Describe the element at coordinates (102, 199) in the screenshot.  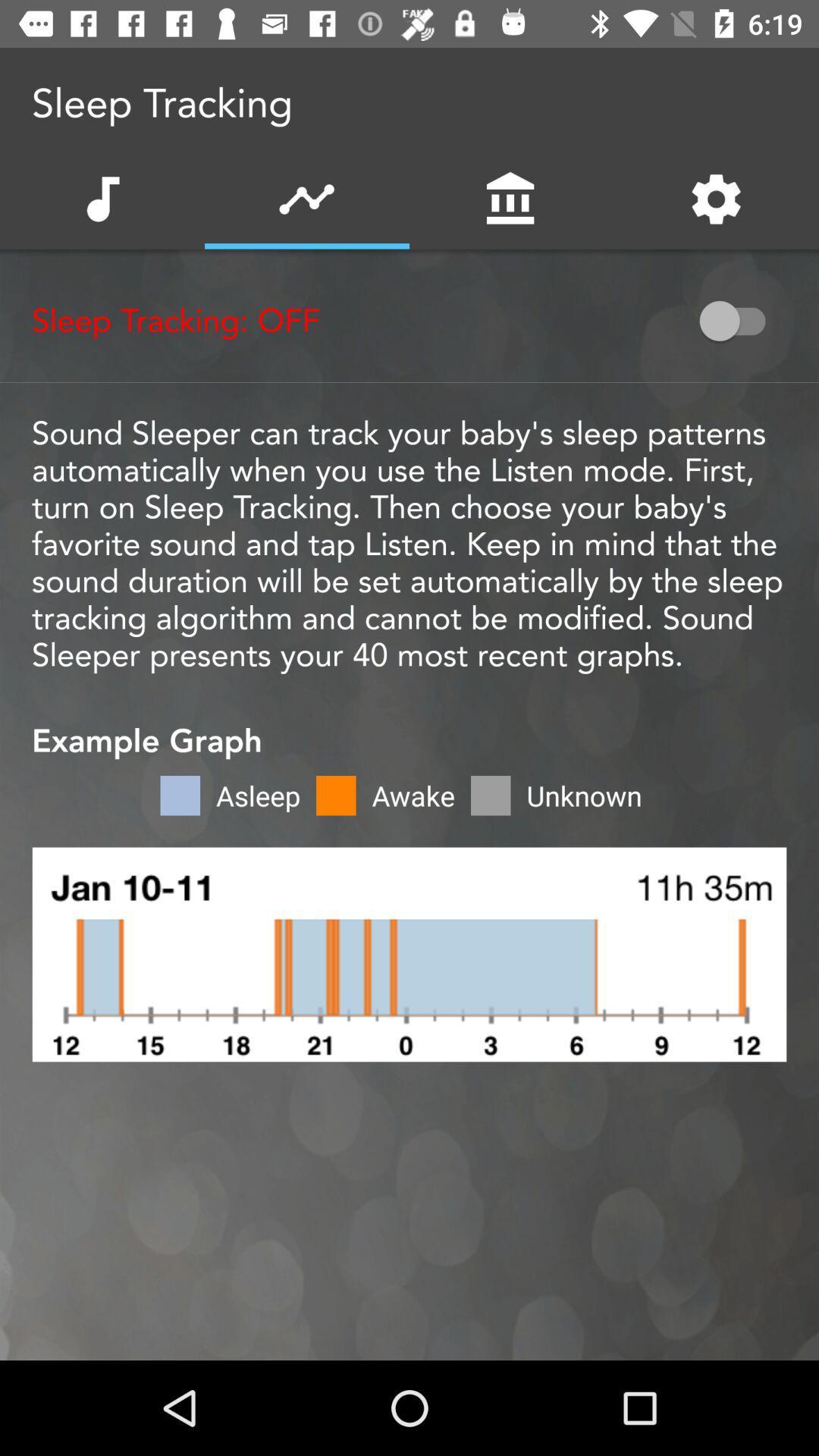
I see `the music symbol` at that location.